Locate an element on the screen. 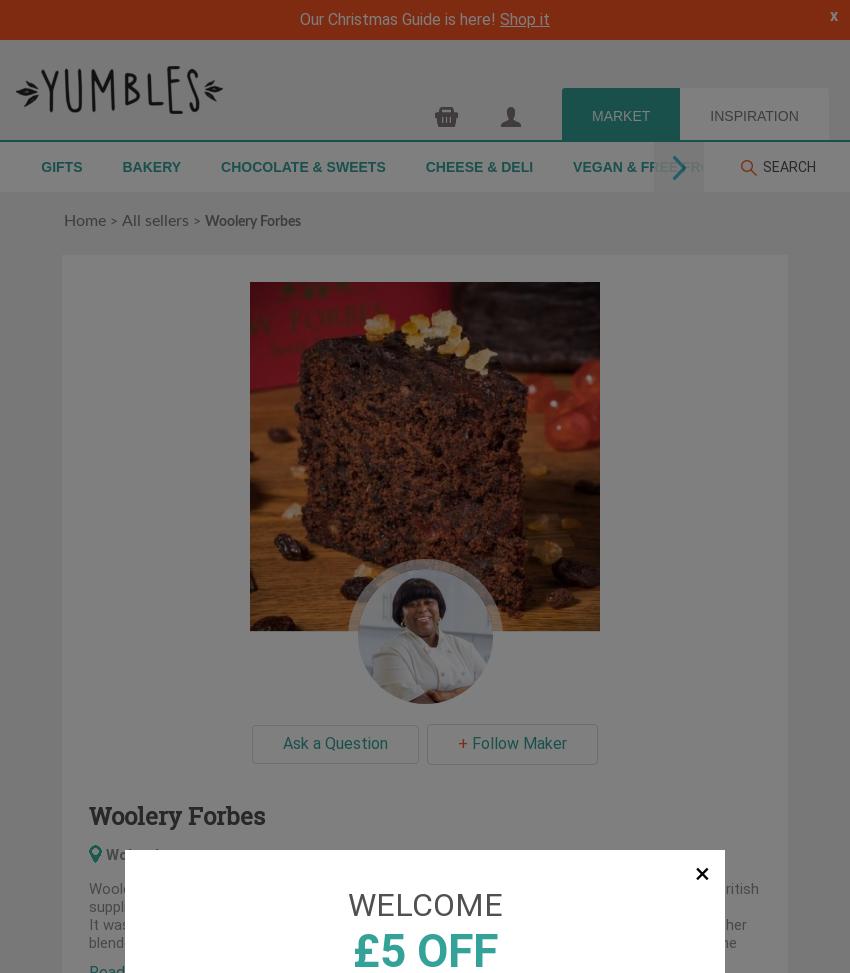  'DRINKS' is located at coordinates (762, 166).